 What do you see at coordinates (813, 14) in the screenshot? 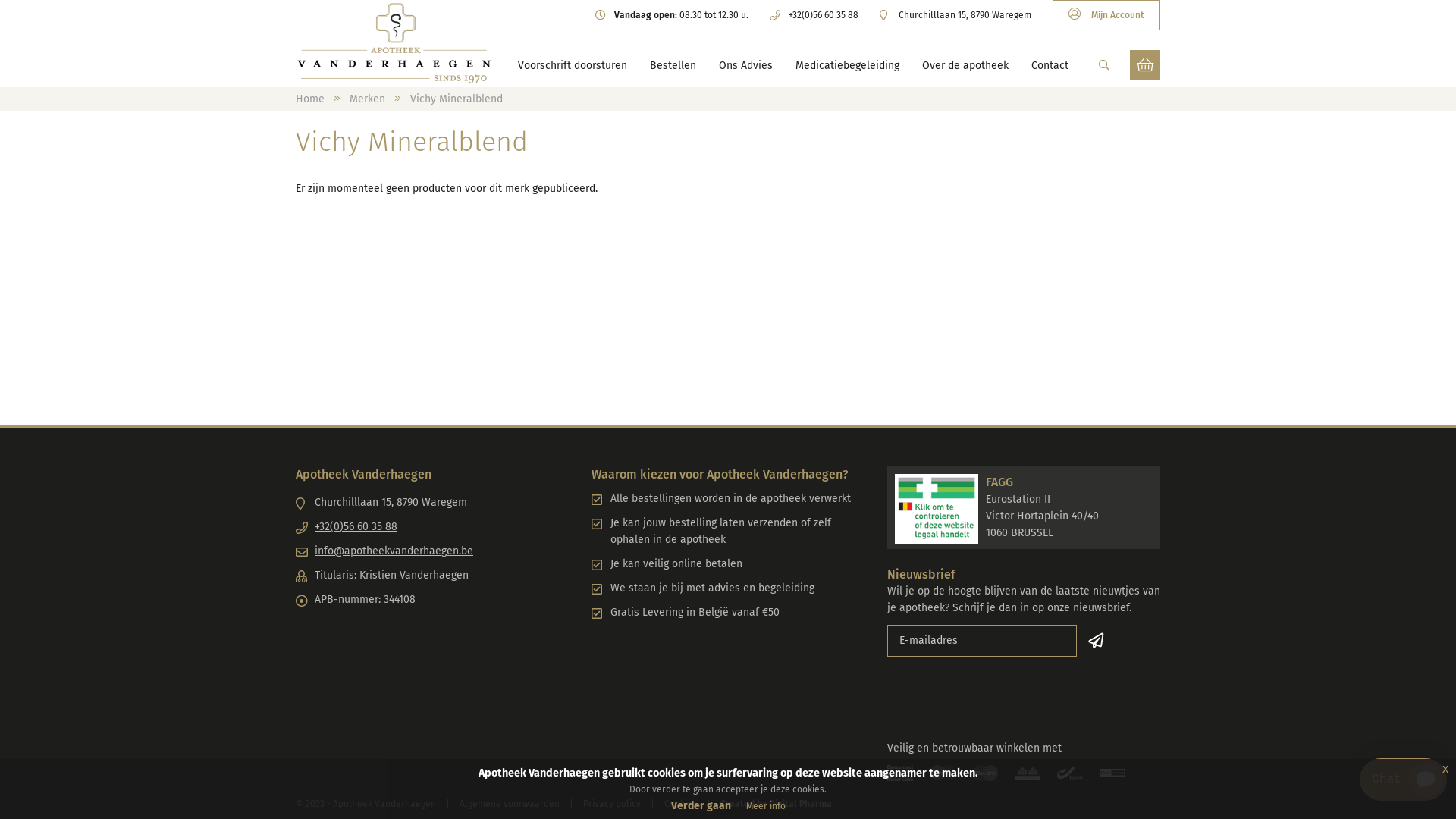
I see `'+32(0)56 60 35 88'` at bounding box center [813, 14].